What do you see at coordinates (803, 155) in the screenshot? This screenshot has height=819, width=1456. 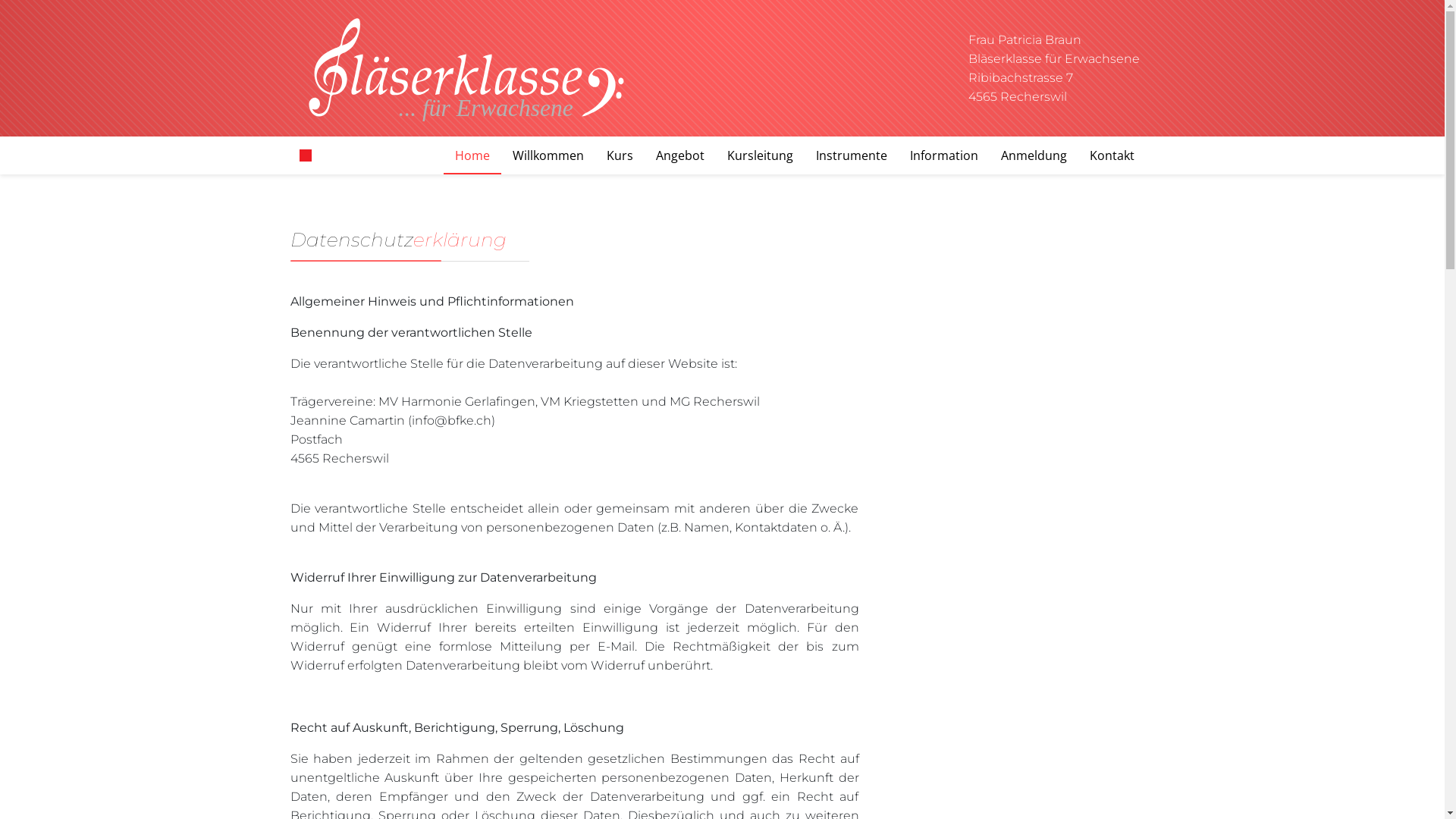 I see `'Instrumente'` at bounding box center [803, 155].